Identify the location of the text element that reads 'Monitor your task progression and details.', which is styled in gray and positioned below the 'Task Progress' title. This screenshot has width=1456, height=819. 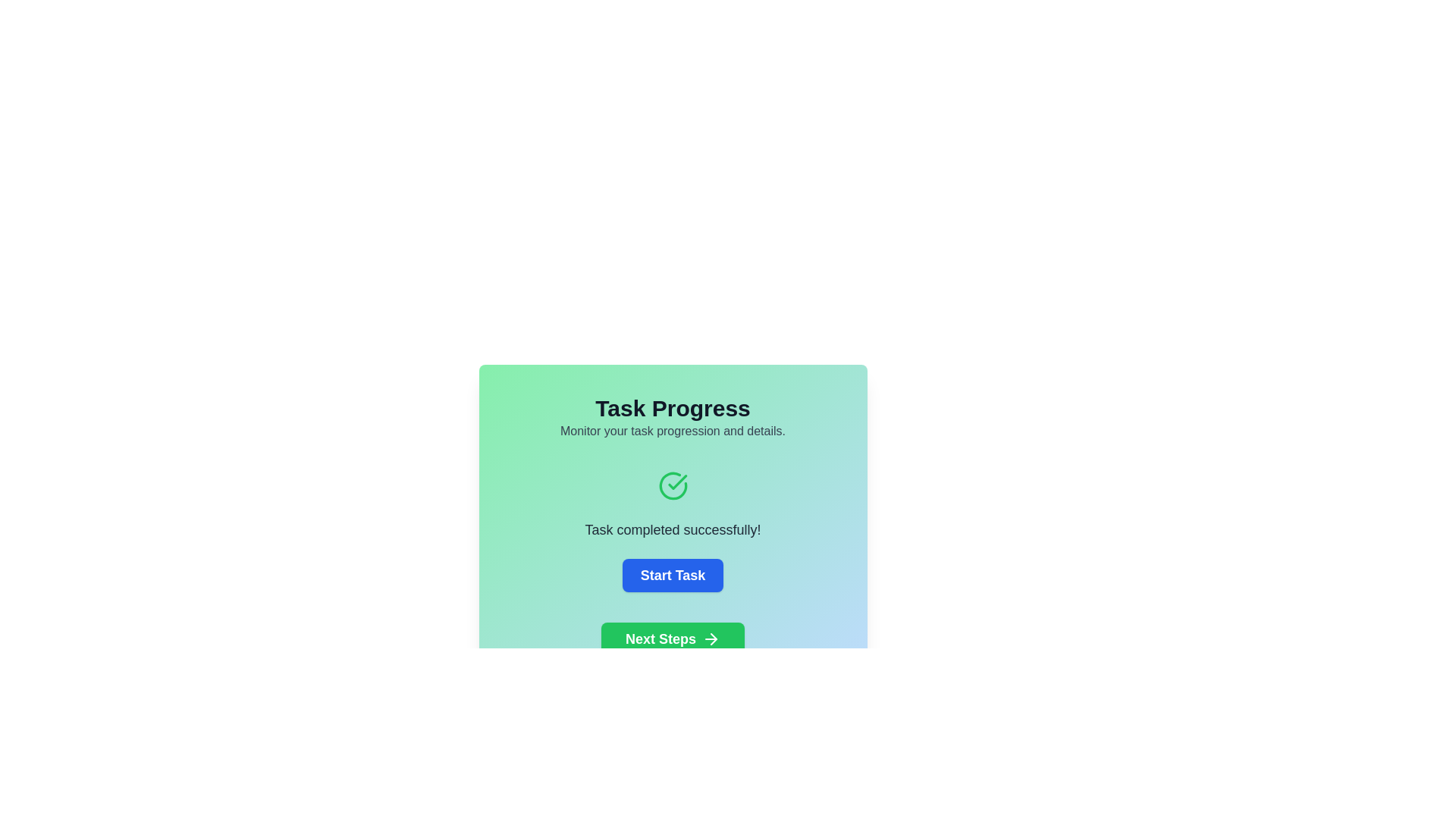
(672, 431).